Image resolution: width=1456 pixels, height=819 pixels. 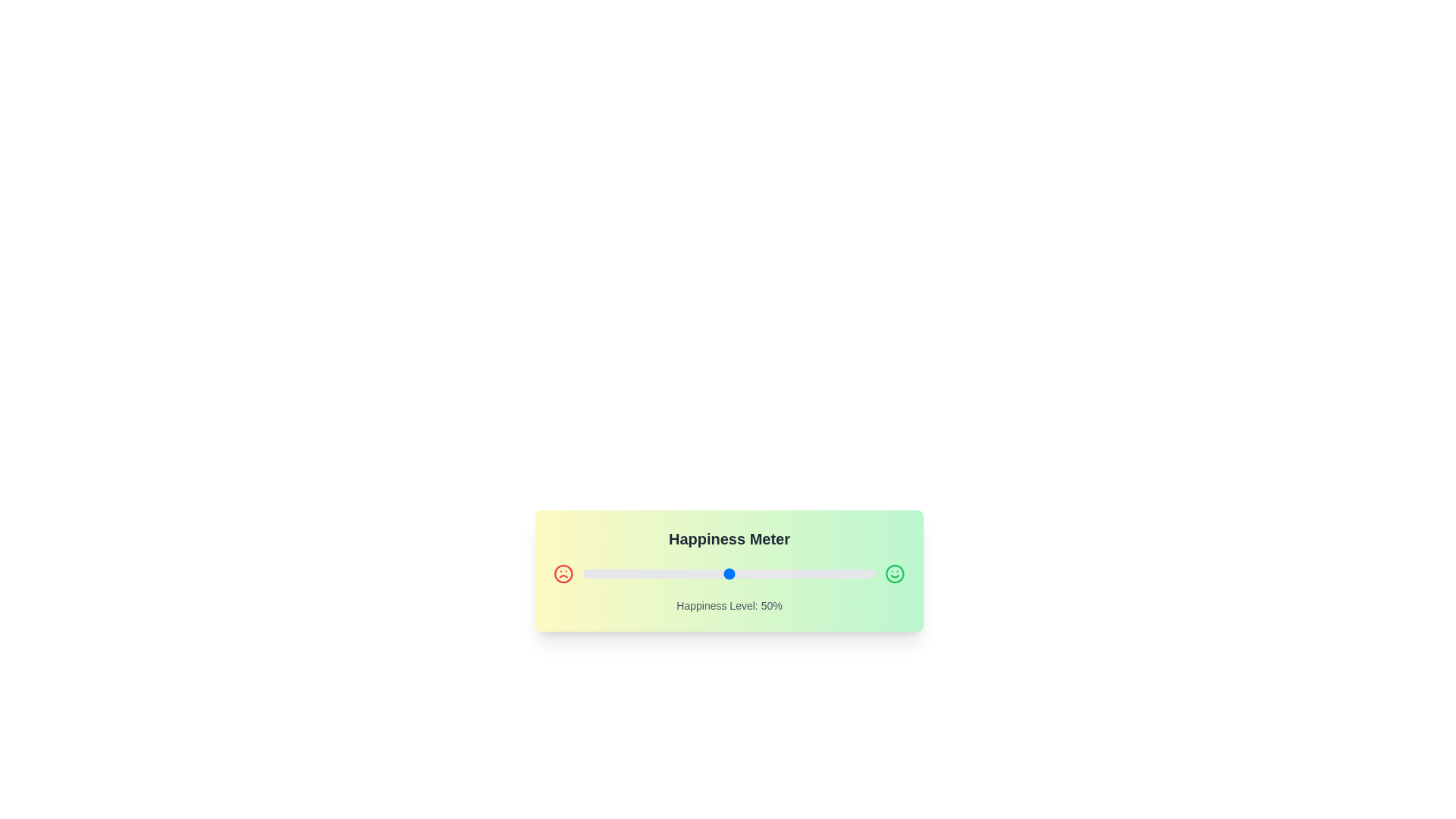 What do you see at coordinates (788, 573) in the screenshot?
I see `the slider to set the happiness level to 70%` at bounding box center [788, 573].